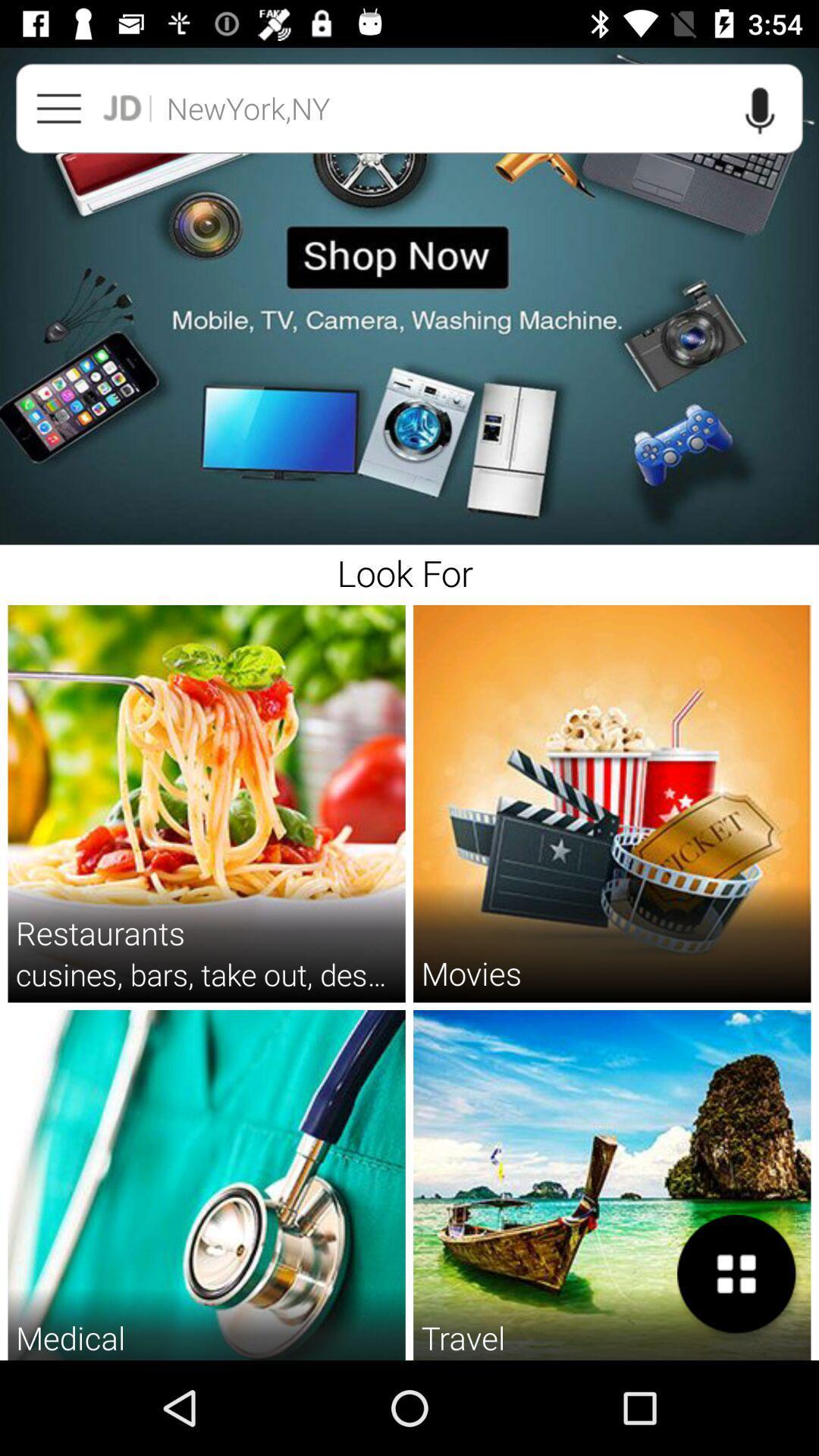 The width and height of the screenshot is (819, 1456). Describe the element at coordinates (736, 1274) in the screenshot. I see `the dashboard icon` at that location.